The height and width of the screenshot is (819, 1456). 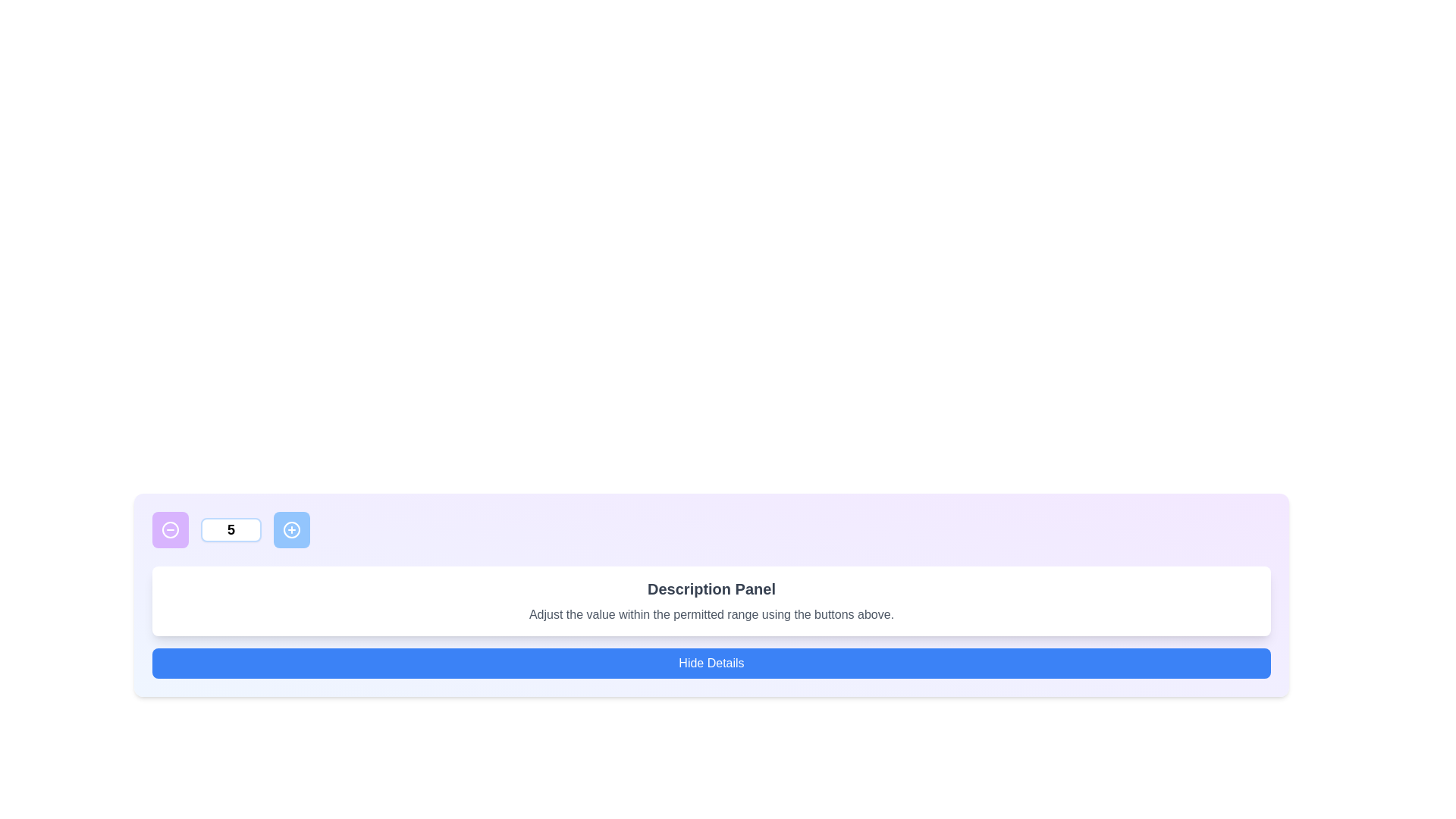 What do you see at coordinates (711, 663) in the screenshot?
I see `the rectangular button with a blue background and white text that reads 'Hide Details'` at bounding box center [711, 663].